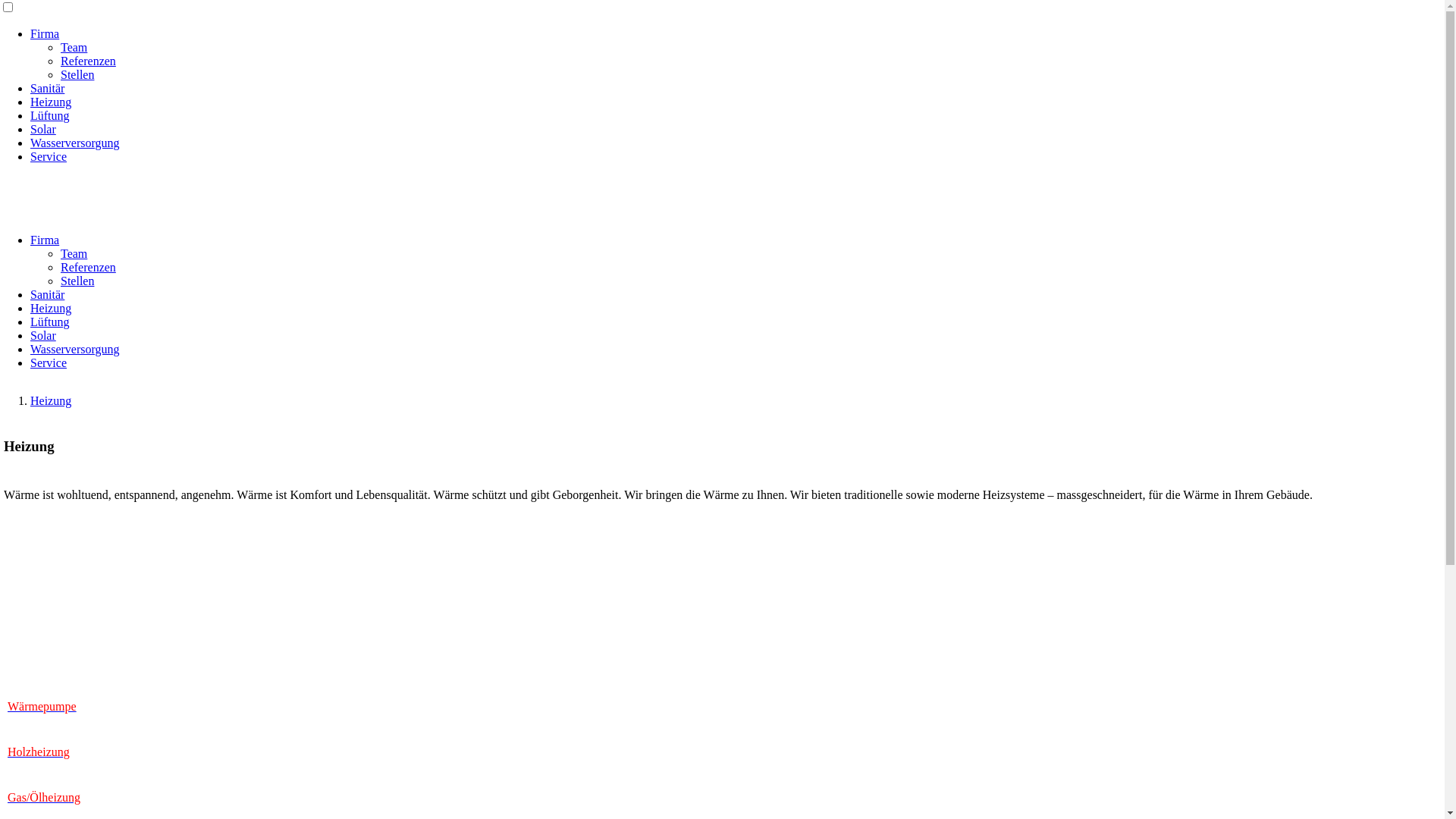  What do you see at coordinates (48, 362) in the screenshot?
I see `'Service'` at bounding box center [48, 362].